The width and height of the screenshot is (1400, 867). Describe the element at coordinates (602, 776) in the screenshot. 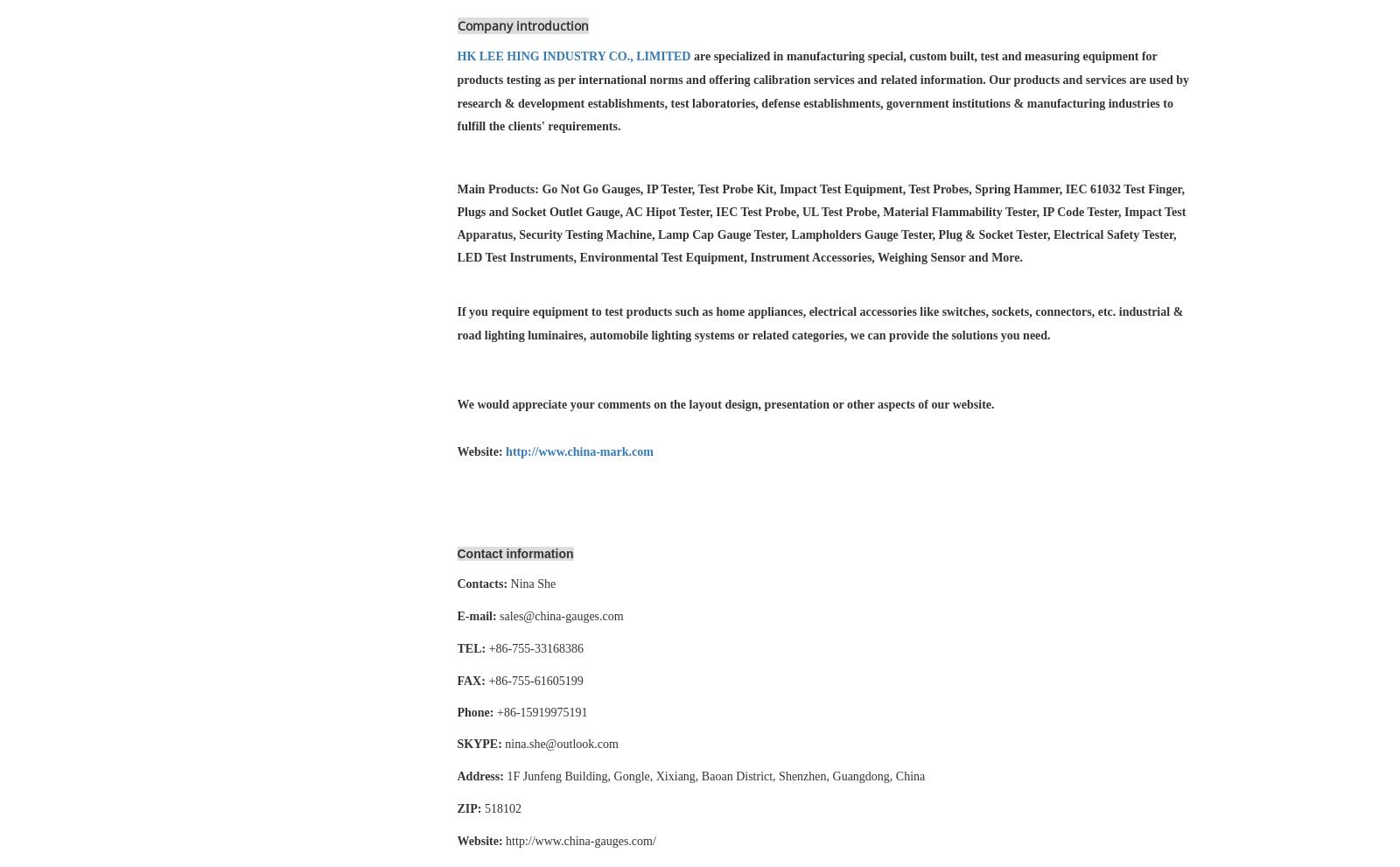

I see `'1F Junfeng Building, Gongle, Xixiang,'` at that location.